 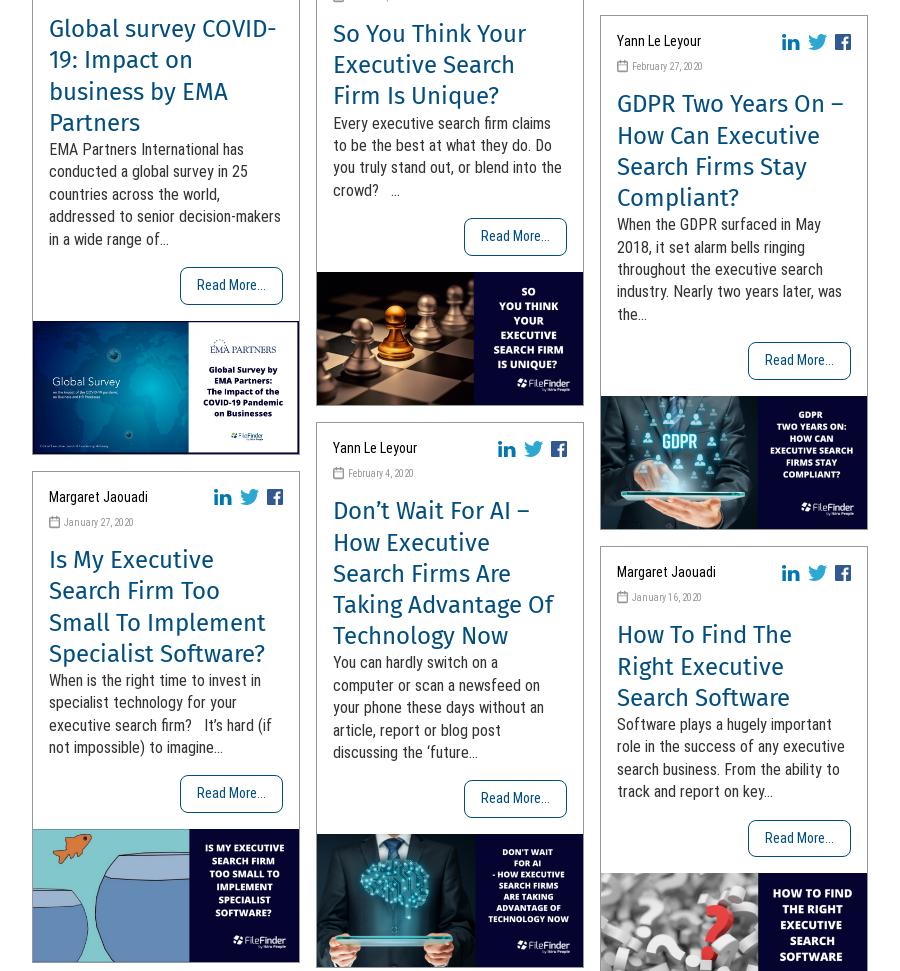 What do you see at coordinates (447, 156) in the screenshot?
I see `'Every executive search firm claims to be the best at what they do. Do you truly stand out, or blend into the crowd?   ...'` at bounding box center [447, 156].